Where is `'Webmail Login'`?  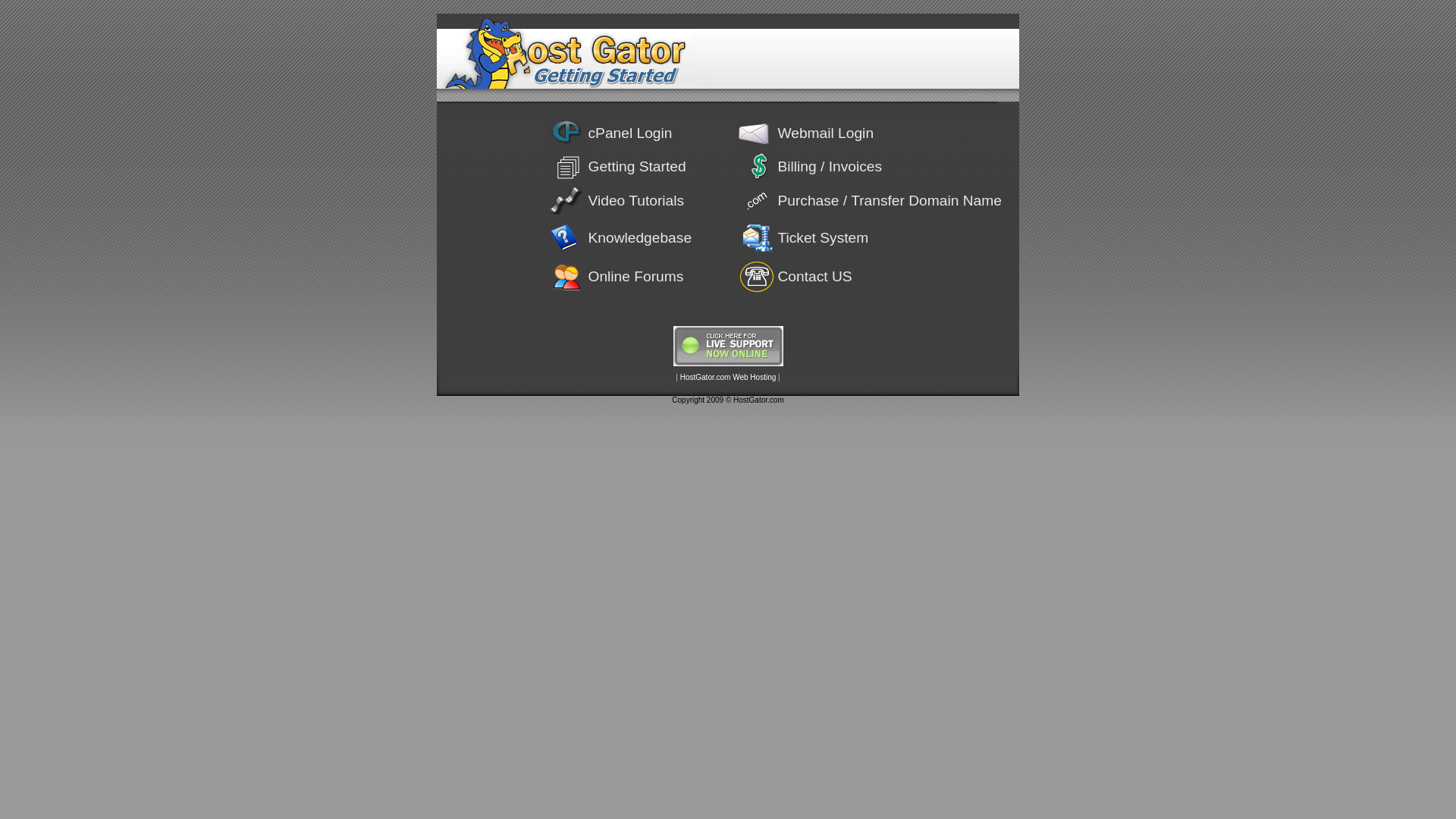
'Webmail Login' is located at coordinates (777, 132).